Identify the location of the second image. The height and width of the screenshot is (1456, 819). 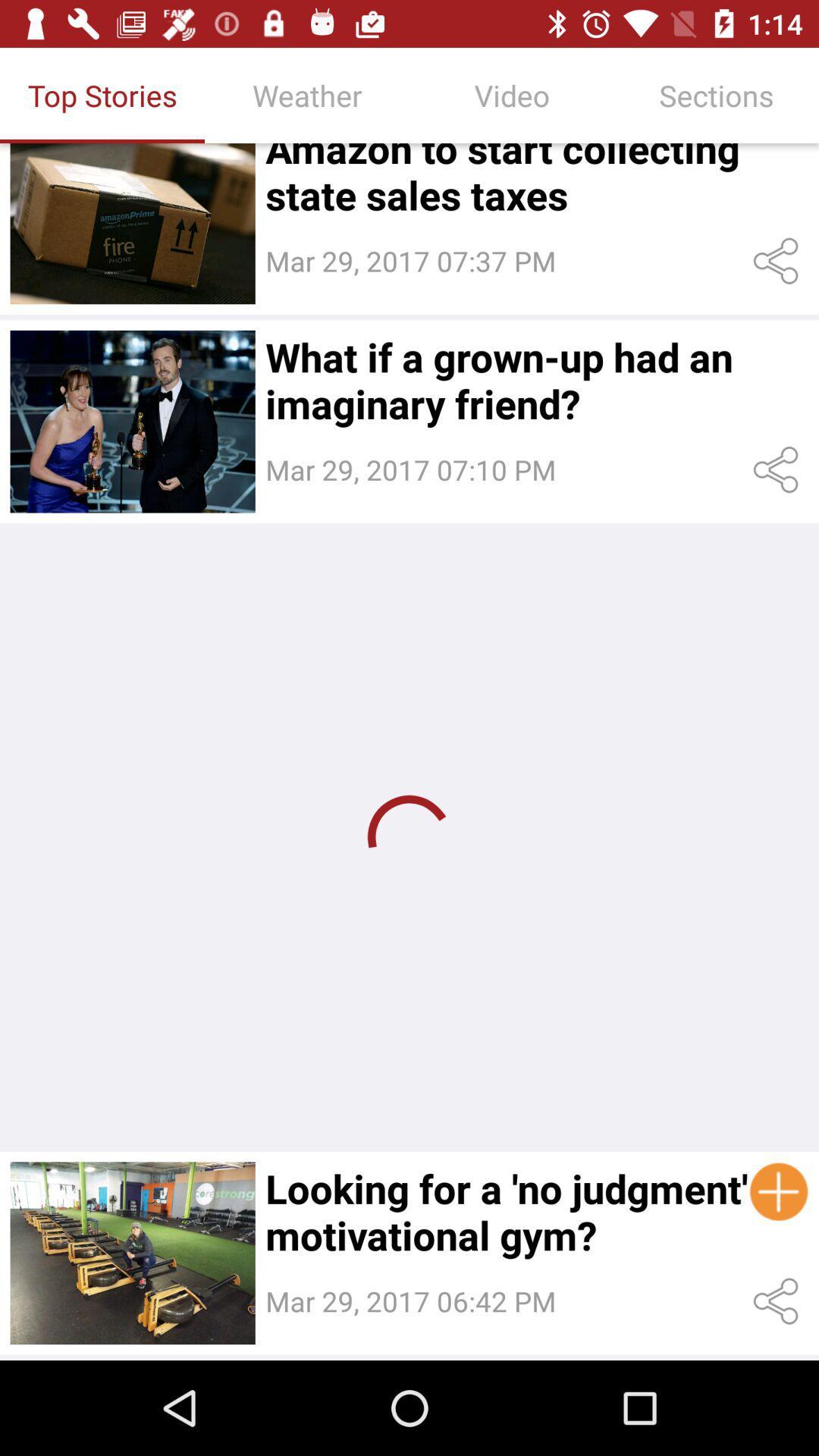
(132, 422).